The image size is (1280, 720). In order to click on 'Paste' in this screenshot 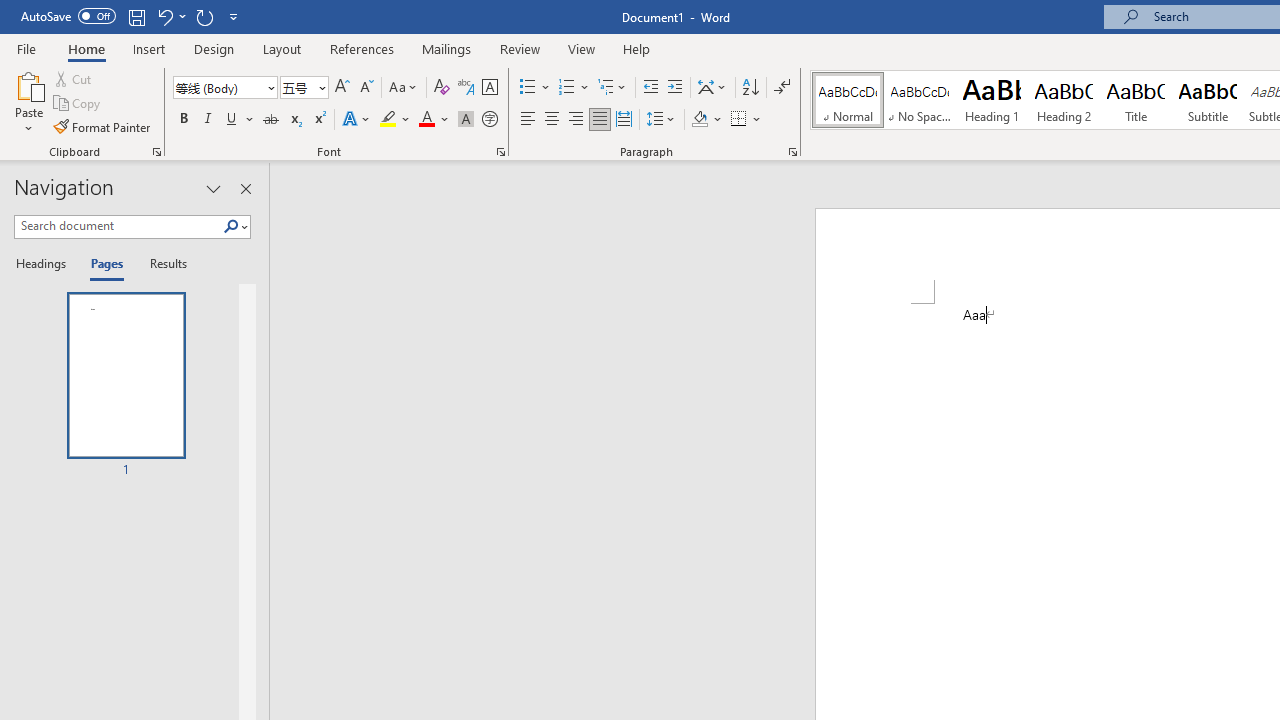, I will do `click(28, 84)`.